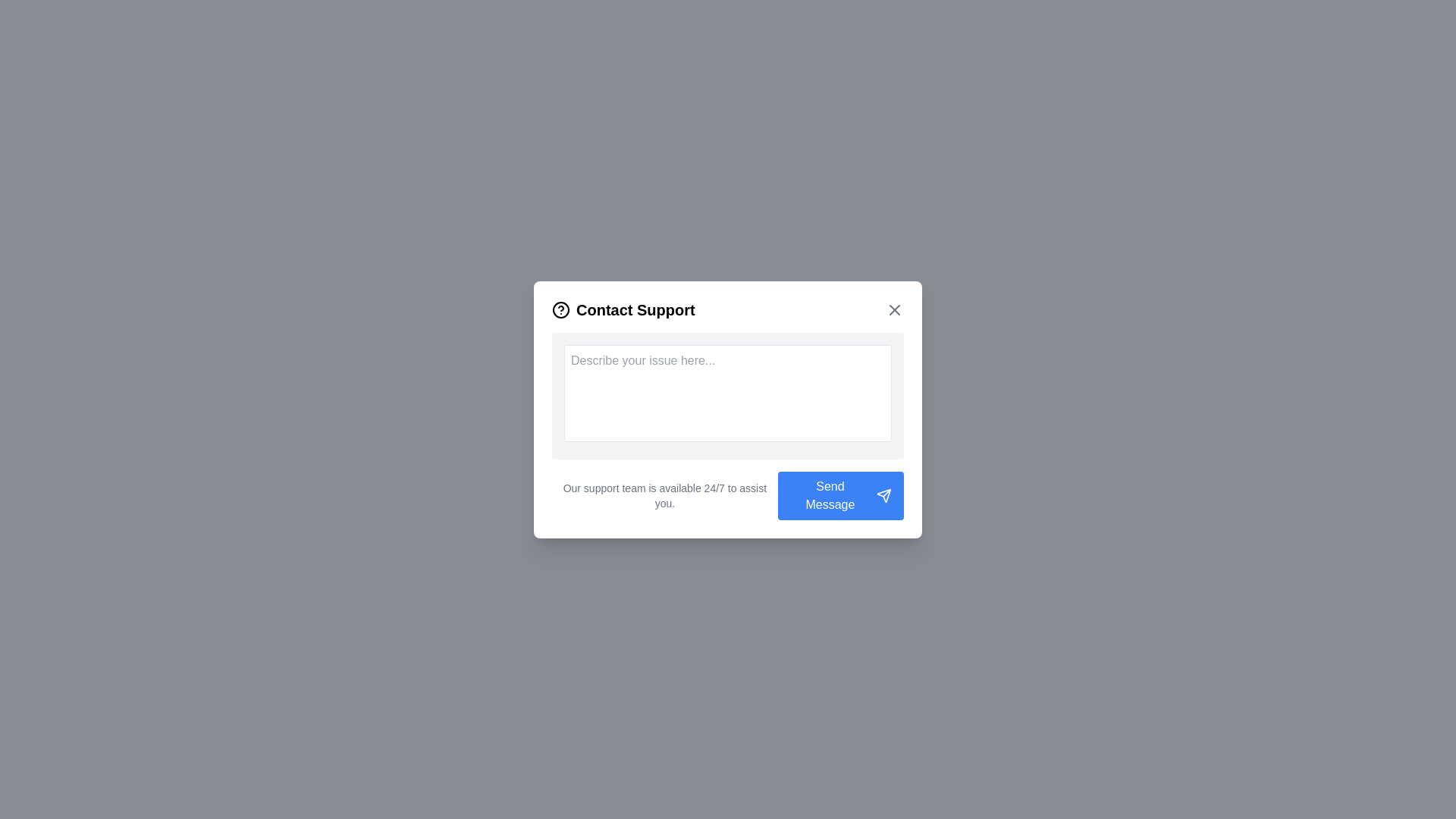 The image size is (1456, 819). Describe the element at coordinates (623, 309) in the screenshot. I see `the Text Label with Icon that serves as the title for the support contact modal, located at the top-left corner of the modal window` at that location.